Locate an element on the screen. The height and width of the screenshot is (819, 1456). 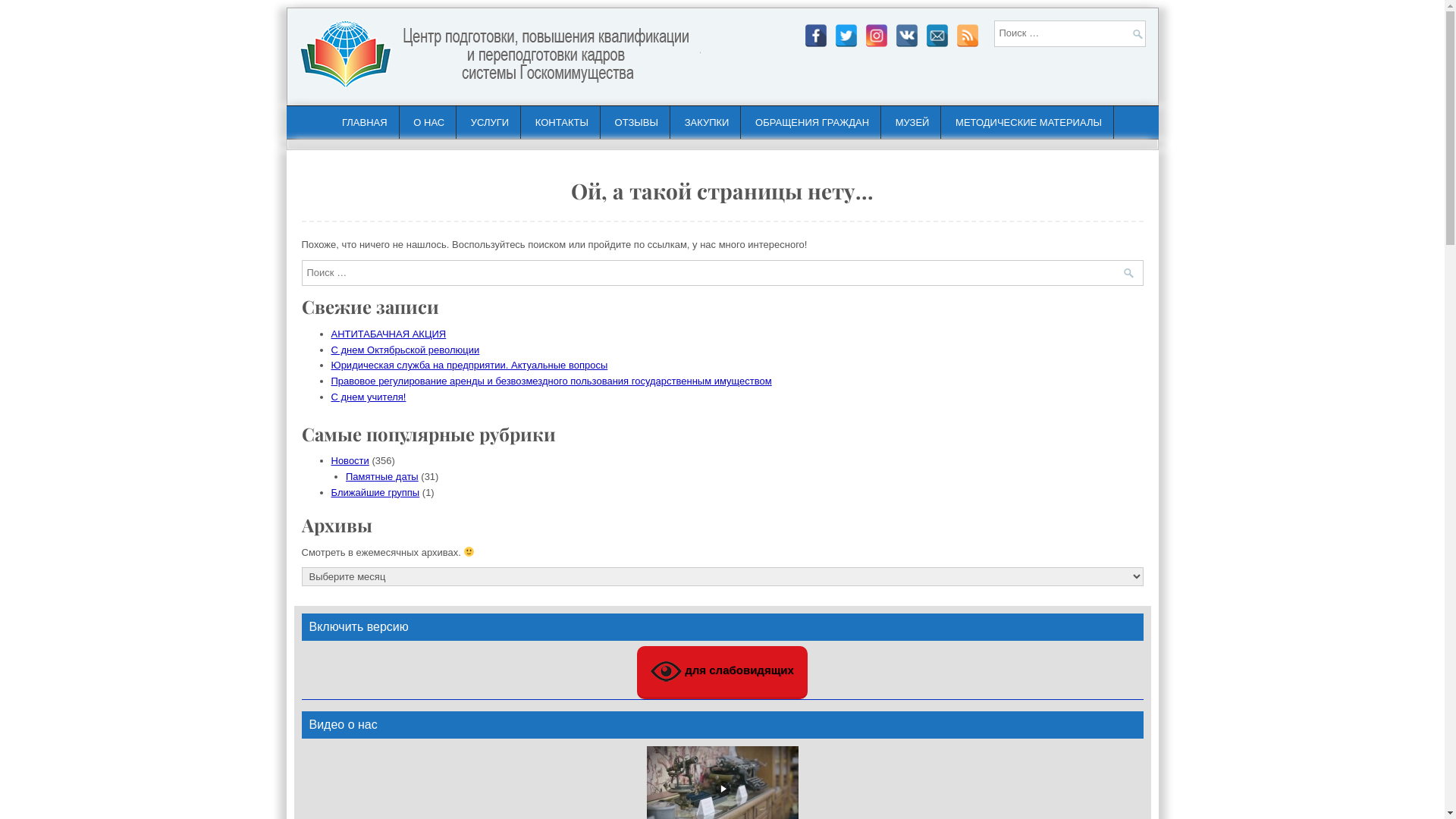
'VKontakte' is located at coordinates (906, 34).